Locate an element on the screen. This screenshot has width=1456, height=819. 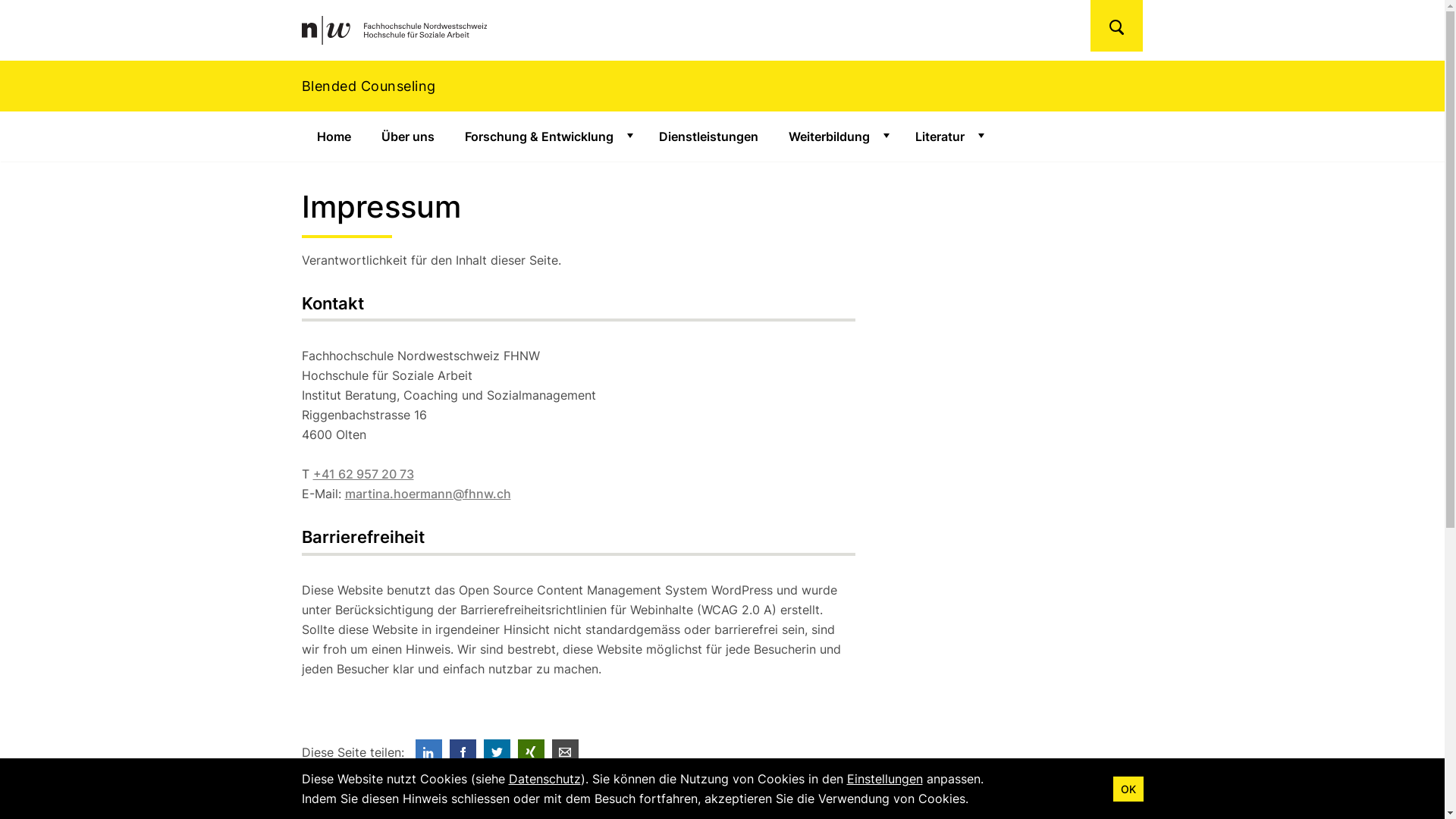
'Blended Counseling' is located at coordinates (721, 86).